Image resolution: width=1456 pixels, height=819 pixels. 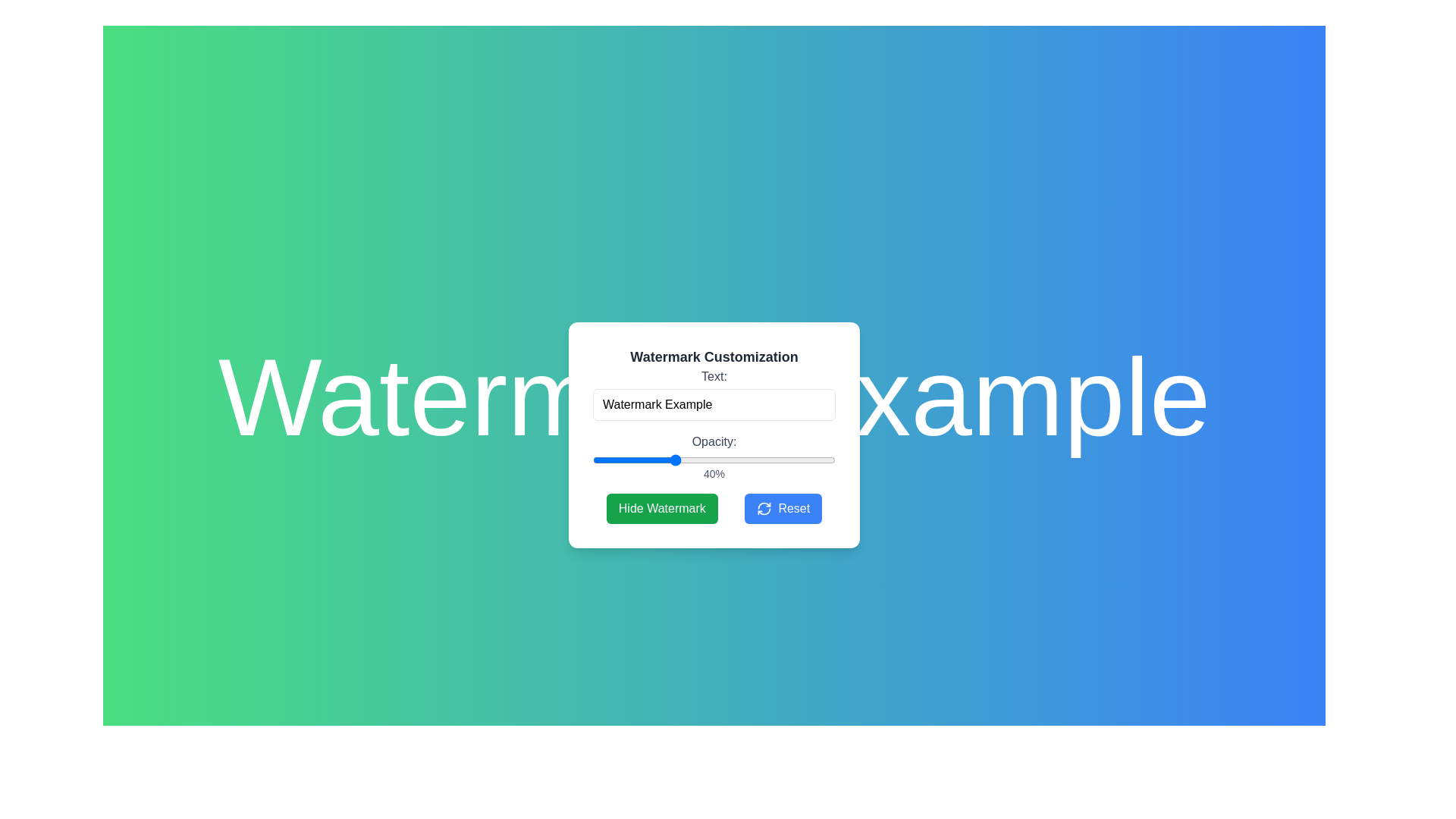 I want to click on the reset icon located to the left of the 'Reset' text label in the 'Watermark Customization' popup, so click(x=764, y=509).